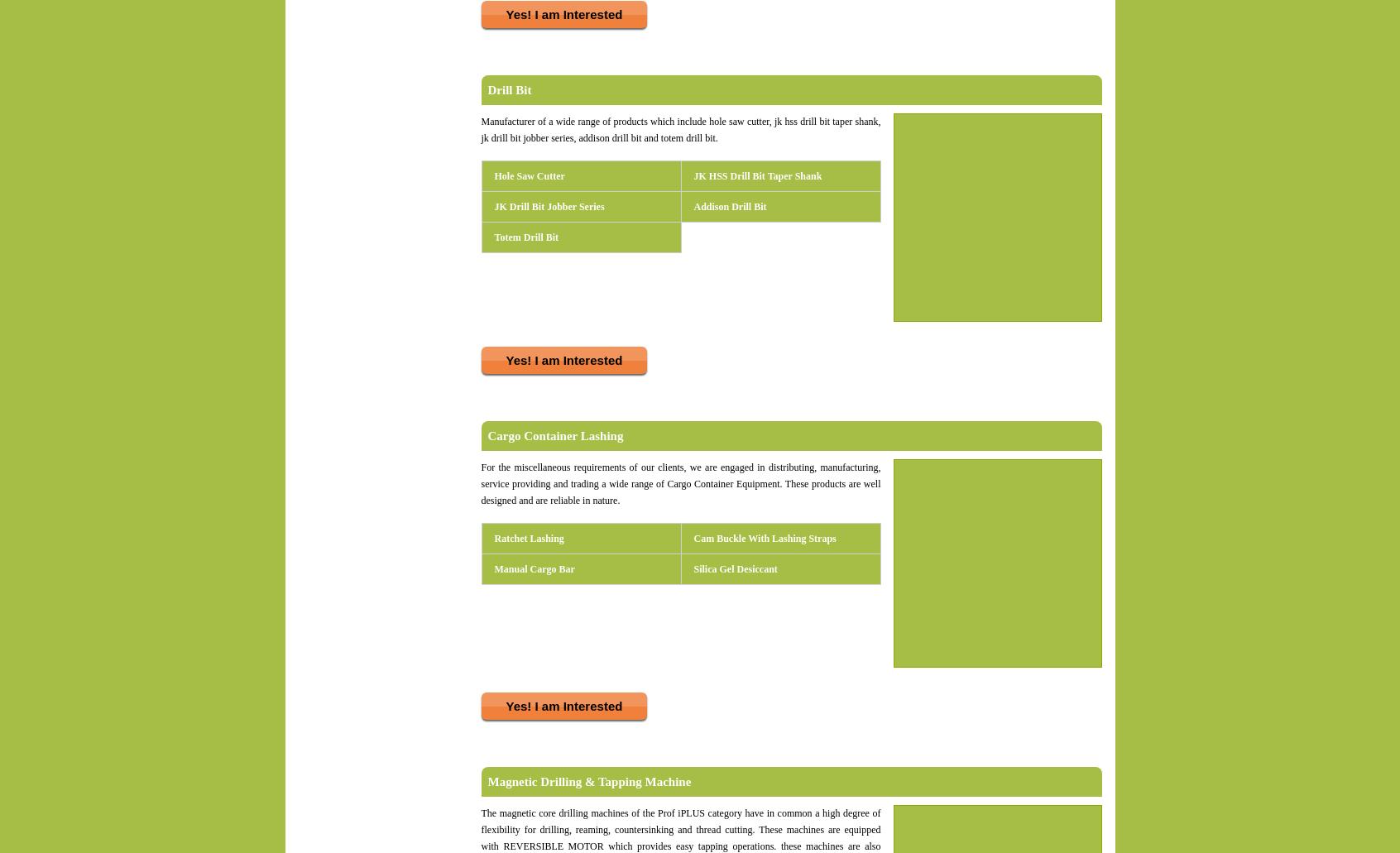 The width and height of the screenshot is (1400, 853). Describe the element at coordinates (734, 568) in the screenshot. I see `'Silica Gel Desiccant'` at that location.